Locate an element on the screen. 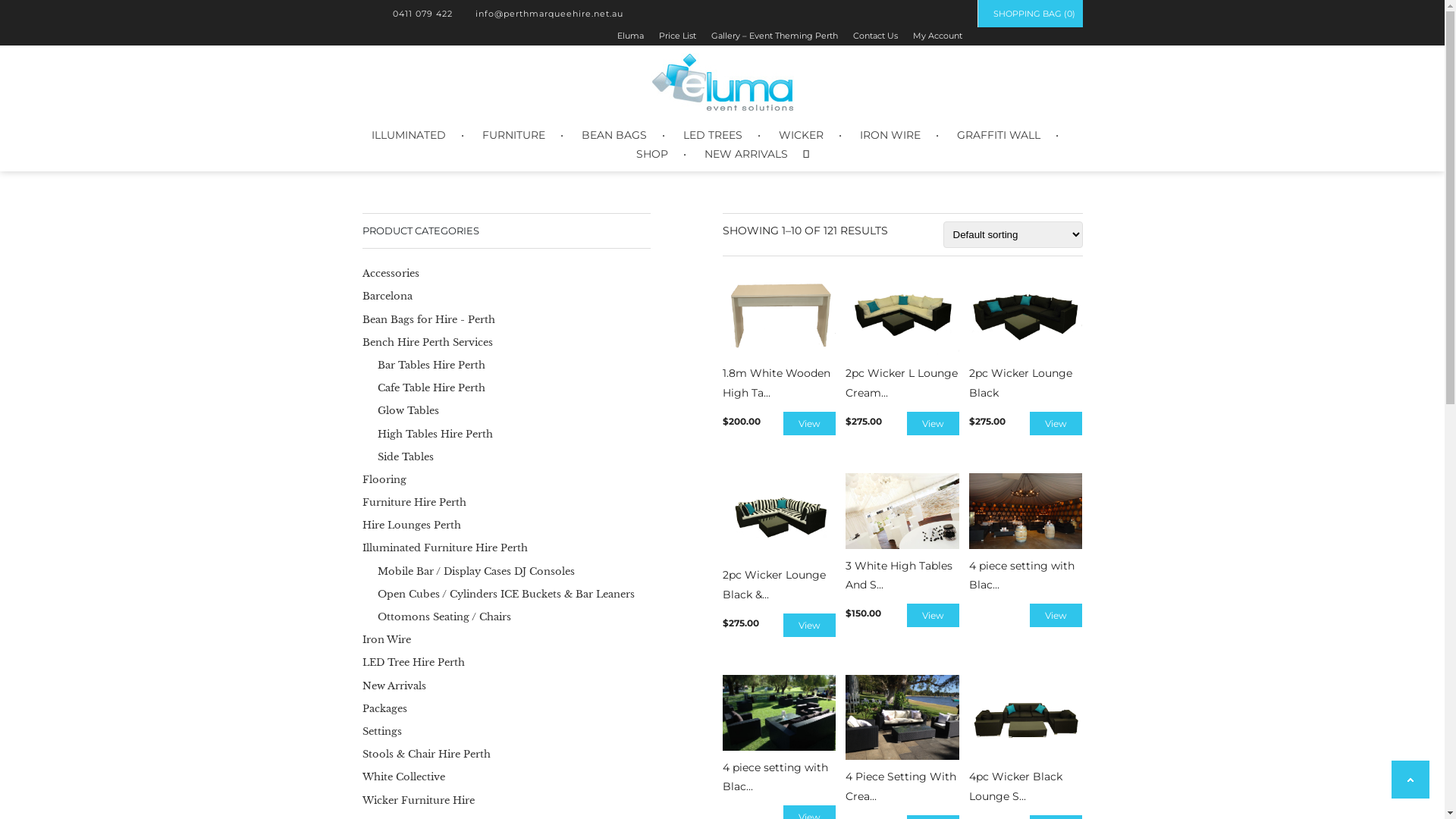 The width and height of the screenshot is (1456, 819). 'Bean Bags for Hire - Perth' is located at coordinates (428, 318).